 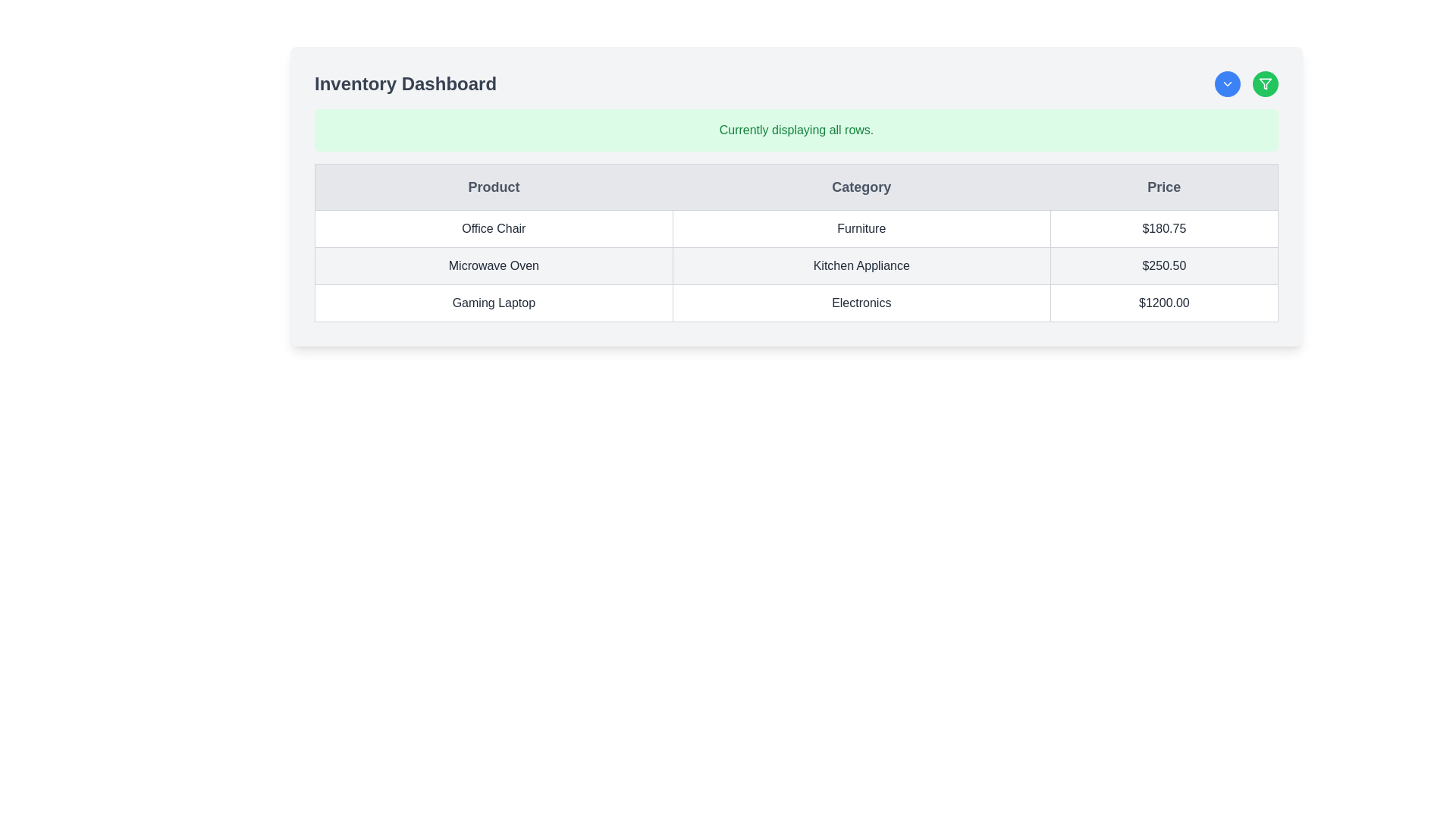 I want to click on the text box displaying the price '$1200.00' in the 'Price' column of the 'Gaming Laptop' row, so click(x=1163, y=303).